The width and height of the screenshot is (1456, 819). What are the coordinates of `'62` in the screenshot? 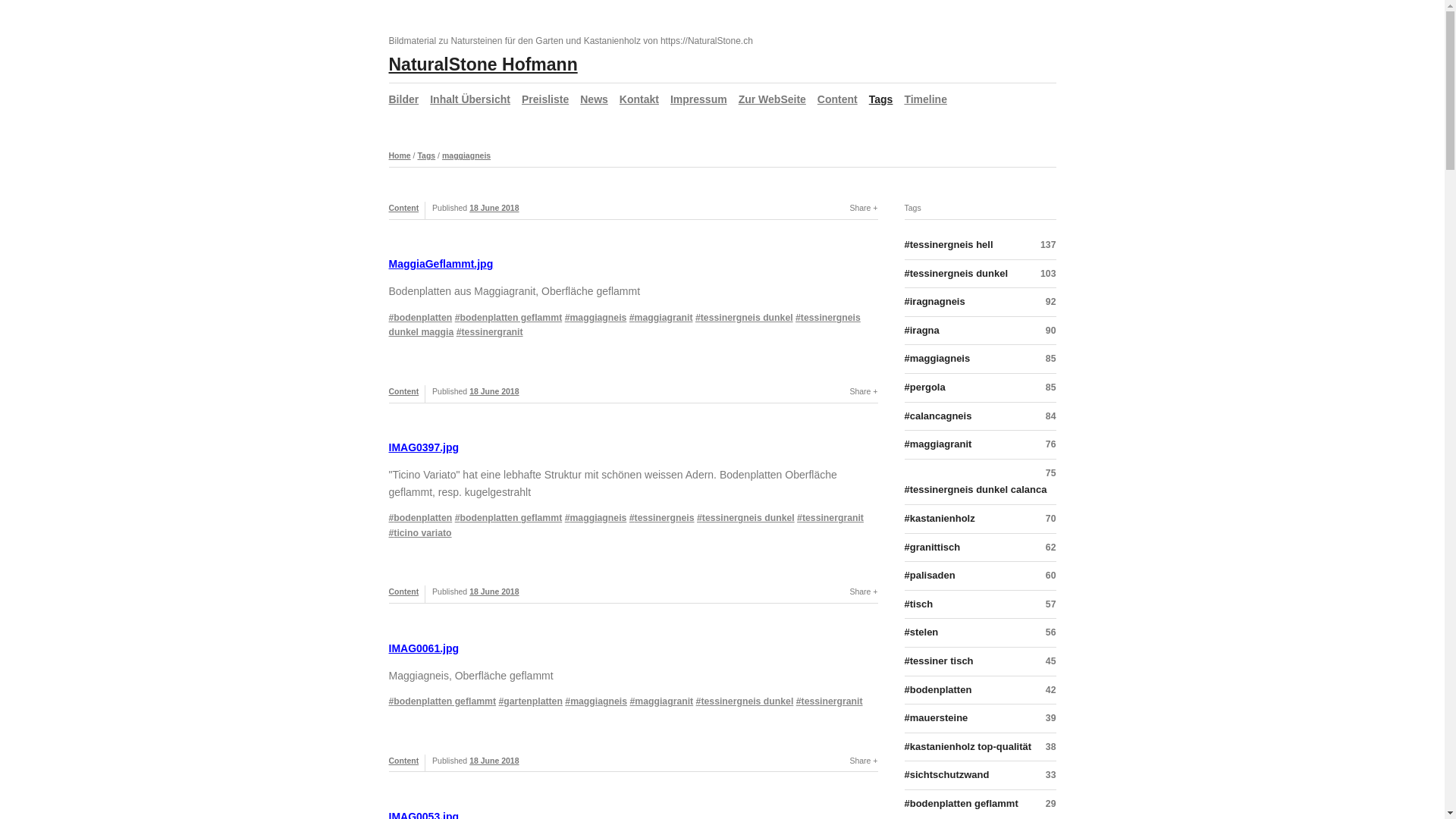 It's located at (979, 548).